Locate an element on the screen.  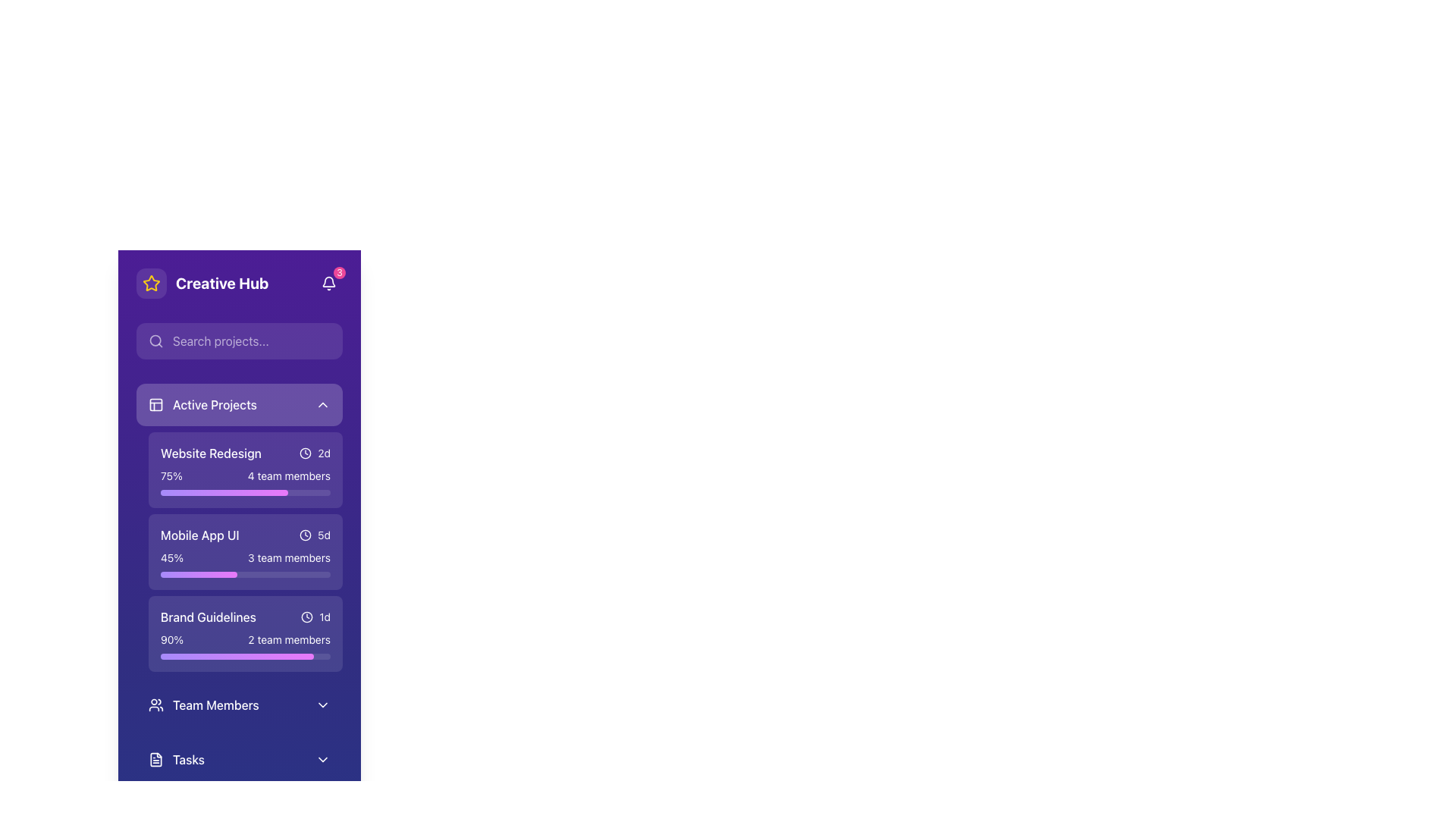
the horizontal progress bar with a gradient background transitioning from violet to fuchsia, located beneath the 'Website Redesign' project card in the 'Active Projects' section is located at coordinates (224, 493).